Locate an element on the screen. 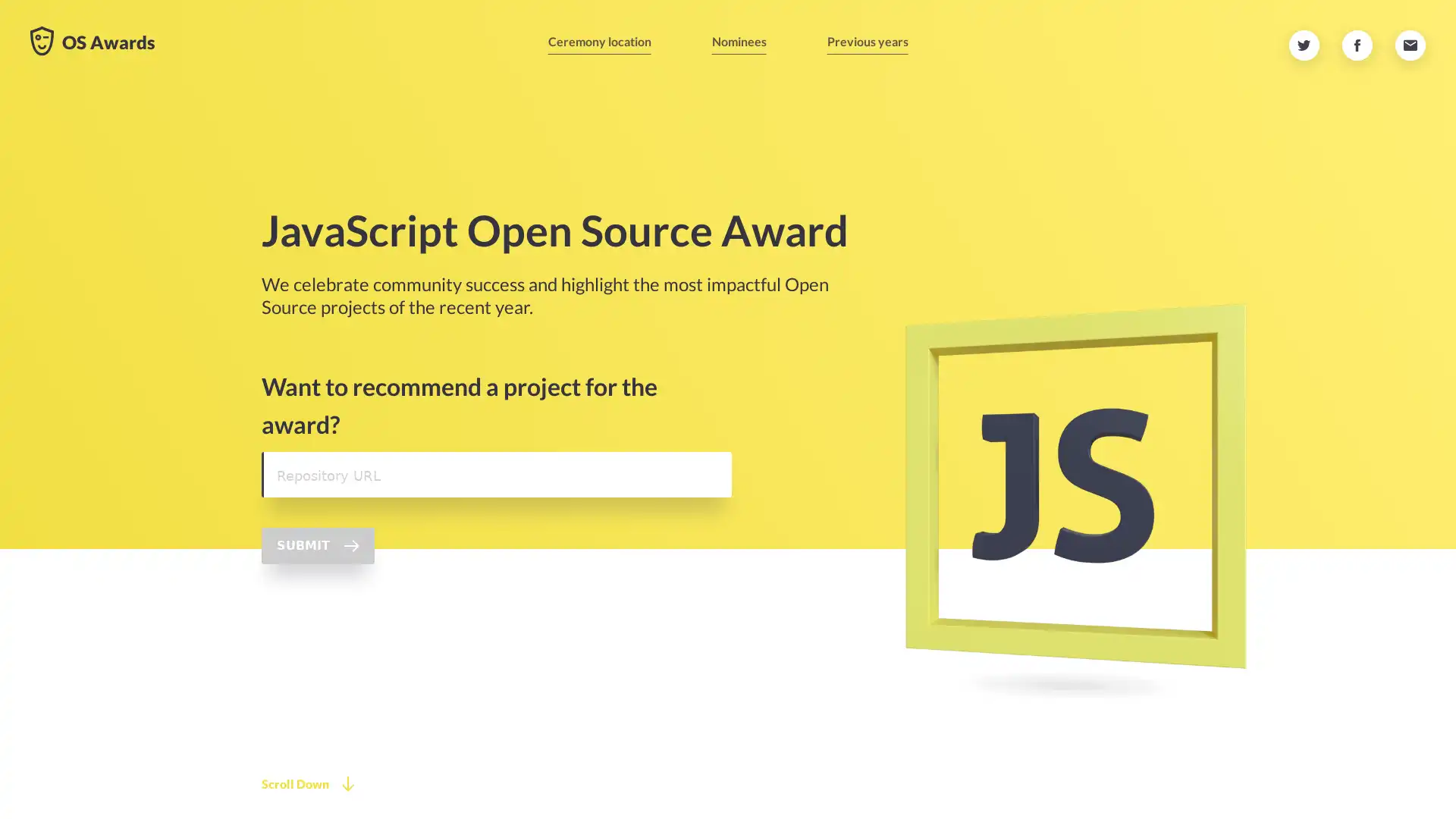  SUBMIT is located at coordinates (317, 544).